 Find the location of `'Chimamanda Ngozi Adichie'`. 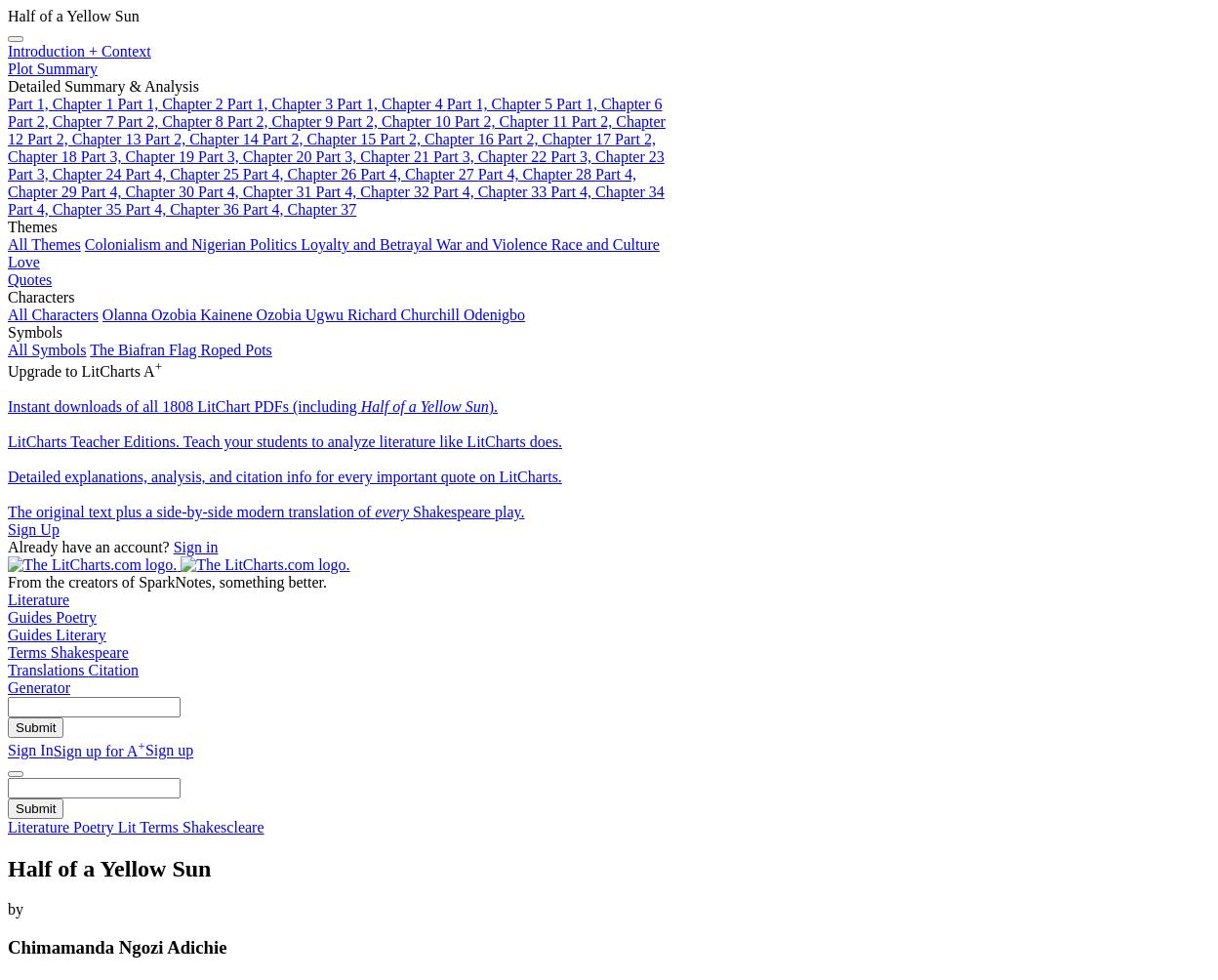

'Chimamanda Ngozi Adichie' is located at coordinates (7, 946).